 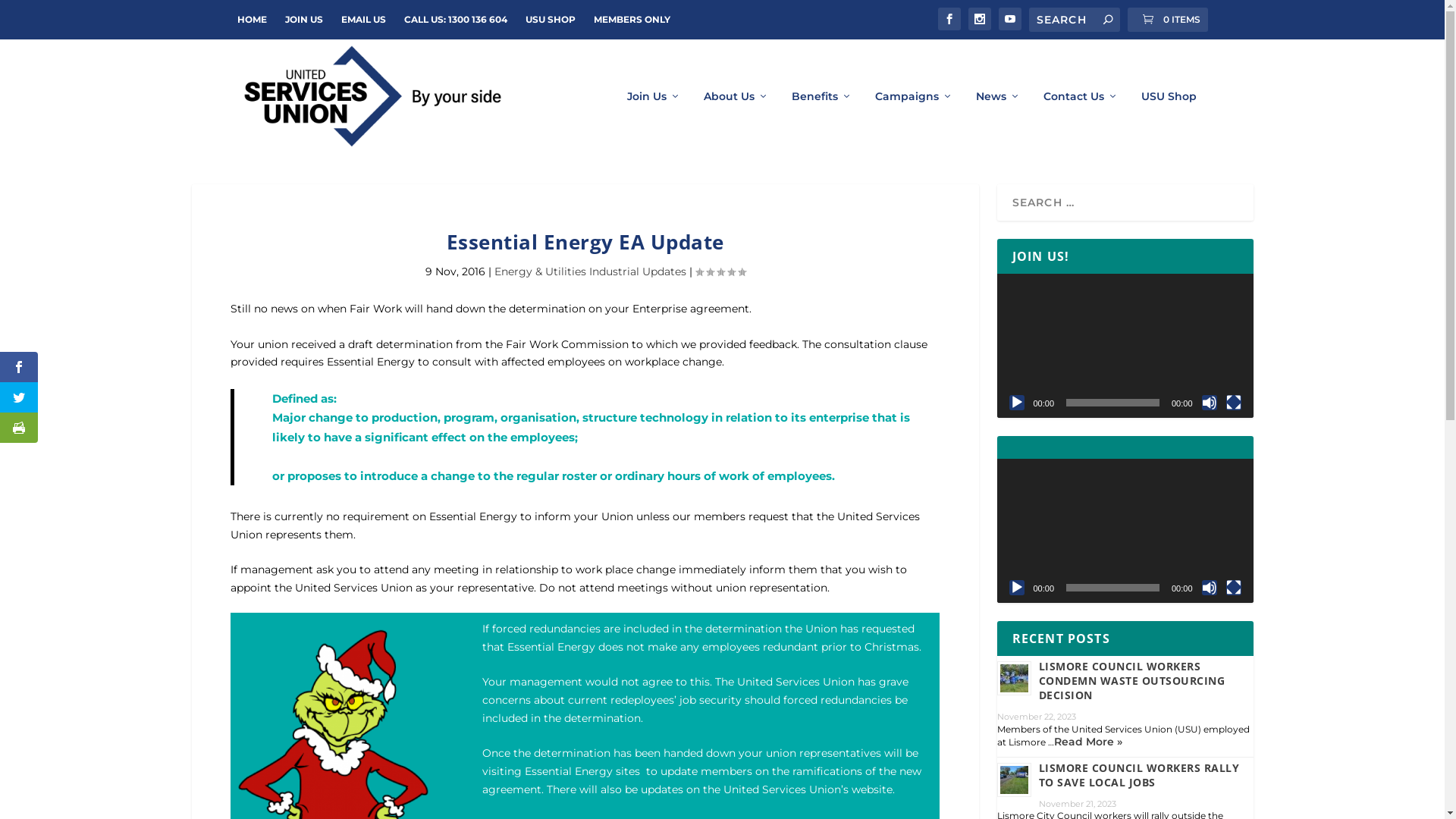 I want to click on 'Campaigns', so click(x=913, y=121).